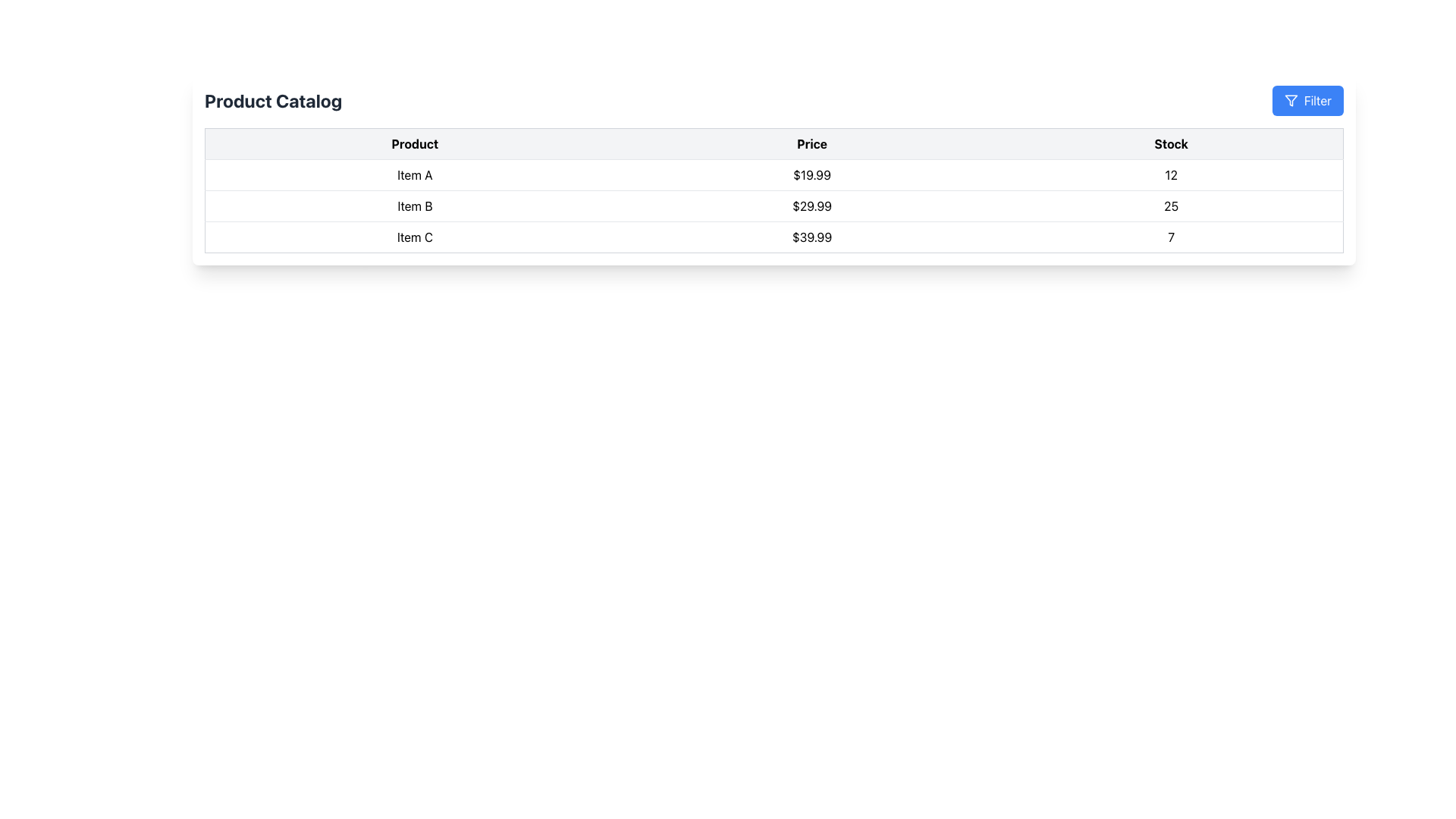  Describe the element at coordinates (811, 174) in the screenshot. I see `the static text element displaying the price of 'Item A' located in the second column of the table row` at that location.